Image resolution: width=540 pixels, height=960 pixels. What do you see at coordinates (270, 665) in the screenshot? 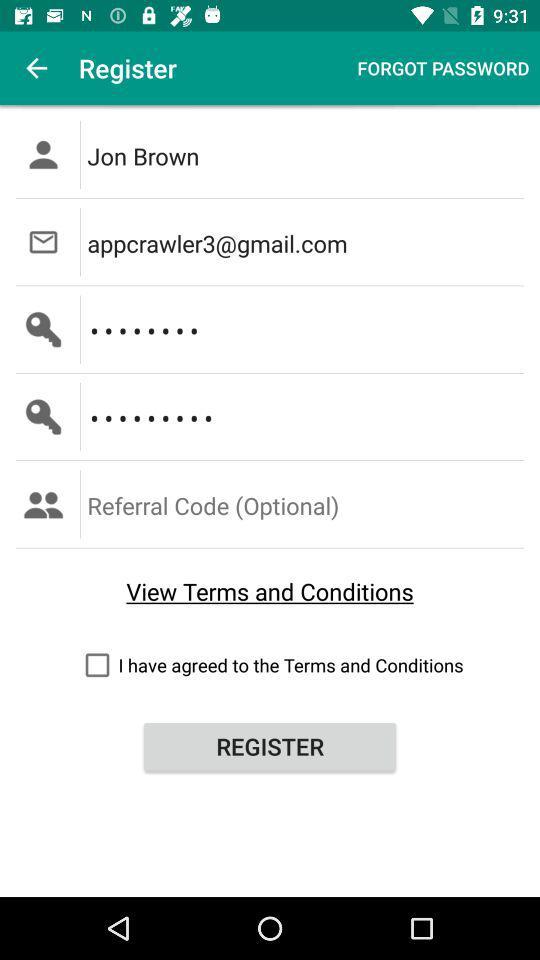
I see `the item below the view terms and` at bounding box center [270, 665].